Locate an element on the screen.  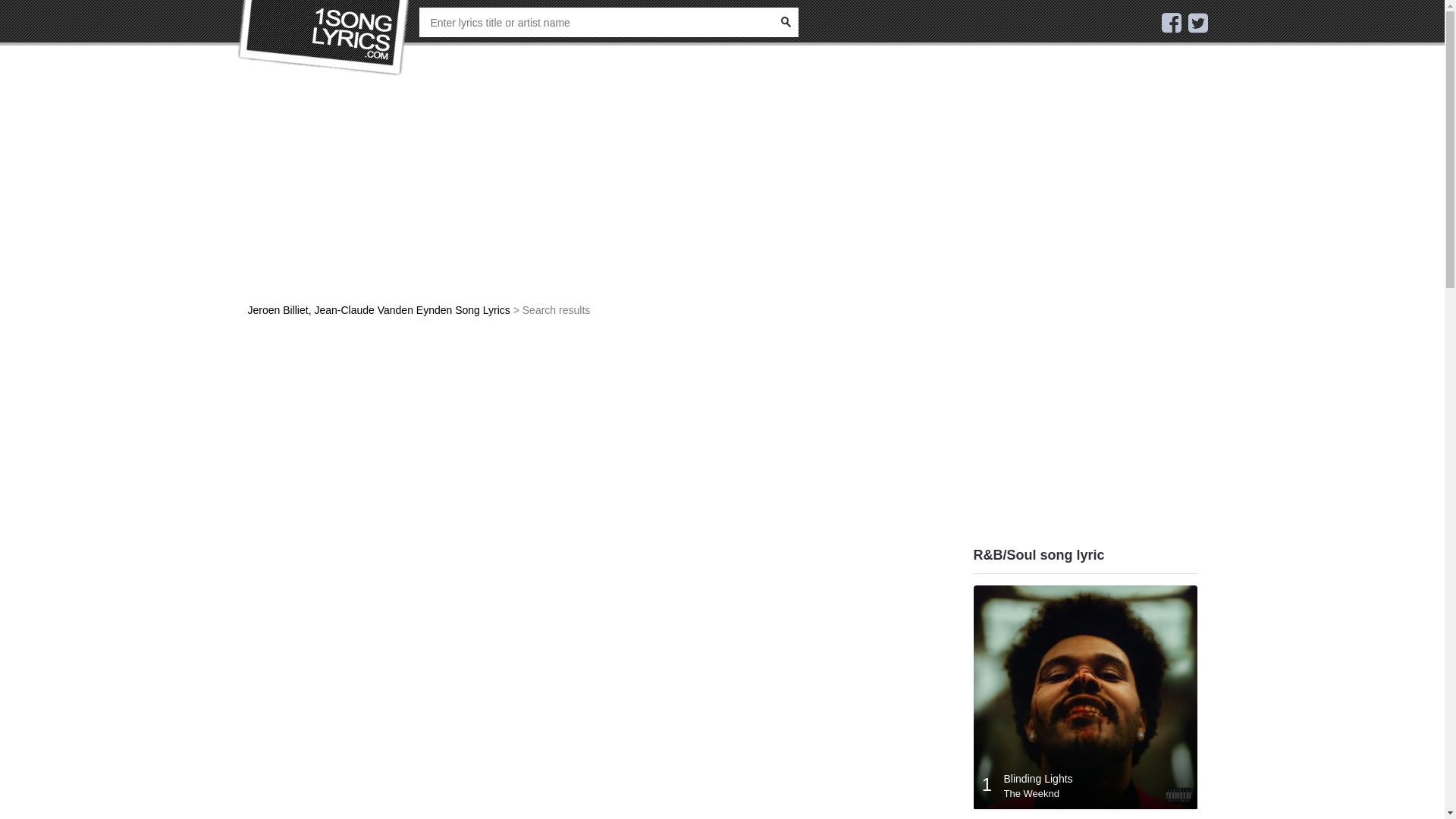
'Advertisement' is located at coordinates (247, 439).